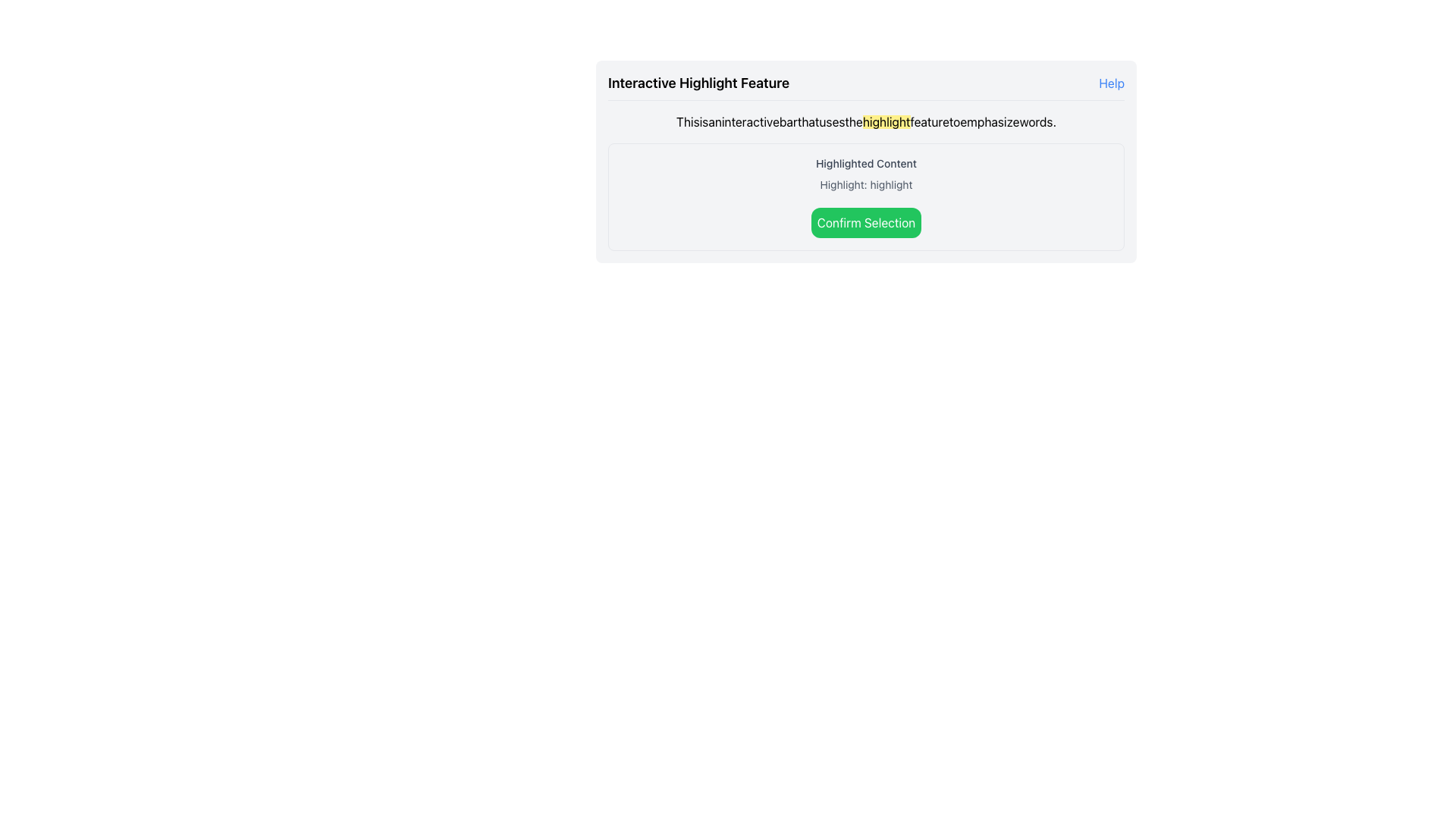 Image resolution: width=1456 pixels, height=819 pixels. What do you see at coordinates (714, 121) in the screenshot?
I see `the text element 'an' which is the third word in the sentence 'This is an interactive bar that uses the highlight feature to emphasize words.'` at bounding box center [714, 121].